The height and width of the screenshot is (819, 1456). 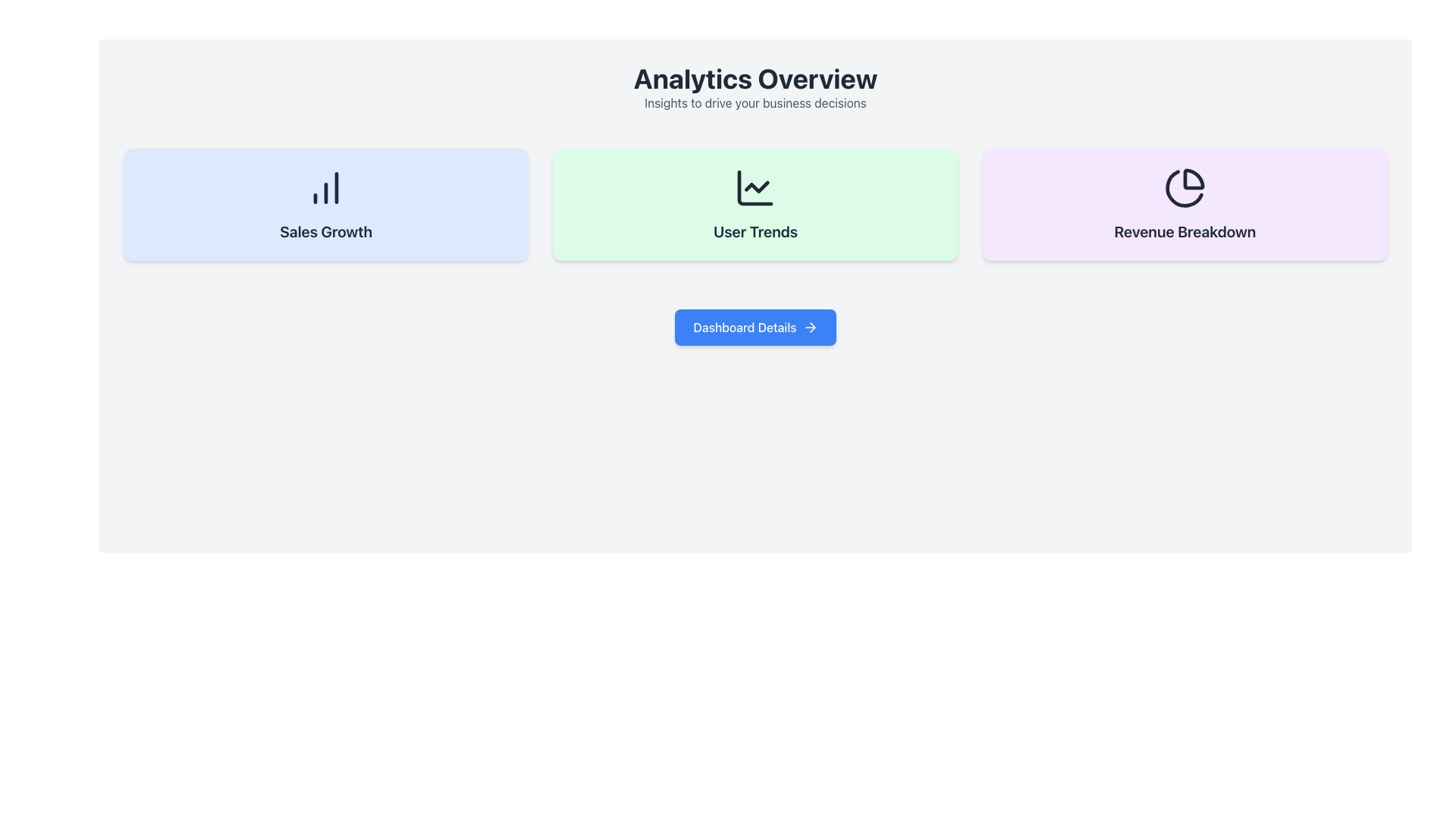 I want to click on the analytics icon located in the green card labeled 'User Trends', so click(x=755, y=187).